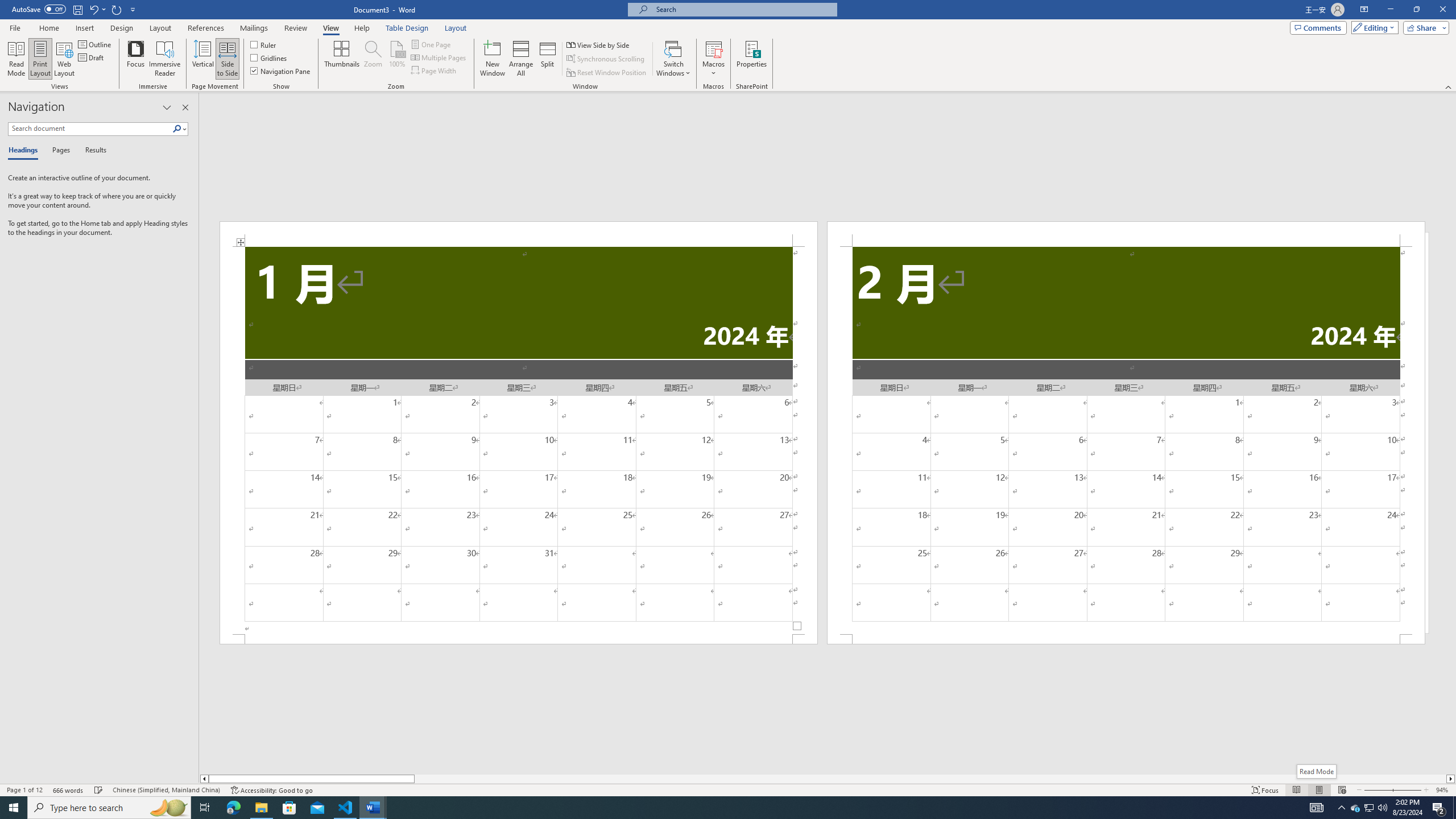 The height and width of the screenshot is (819, 1456). I want to click on 'Draft', so click(91, 56).